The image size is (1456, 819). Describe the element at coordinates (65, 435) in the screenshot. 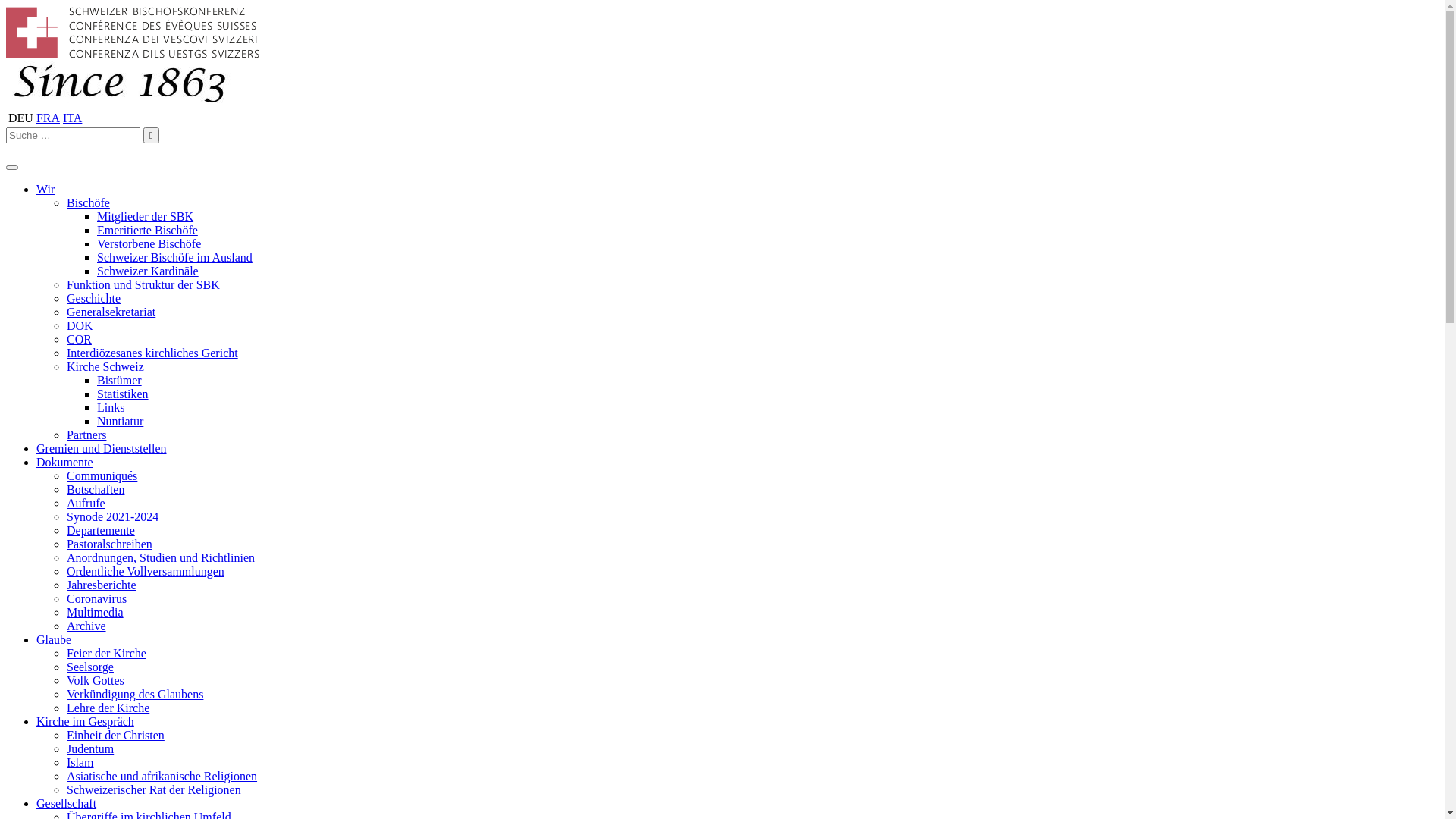

I see `'Partners'` at that location.